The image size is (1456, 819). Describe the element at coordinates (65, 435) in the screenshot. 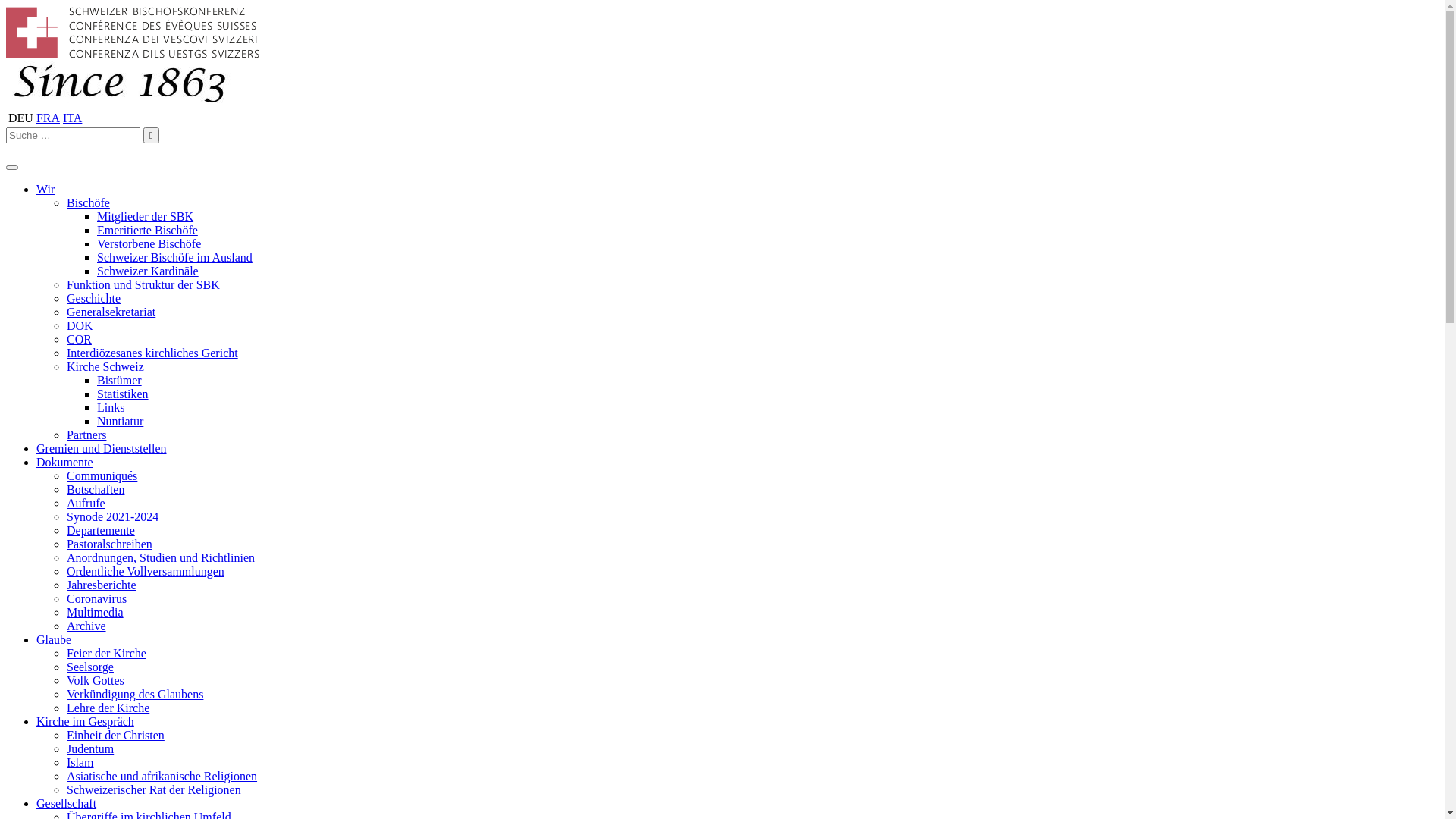

I see `'Partners'` at that location.